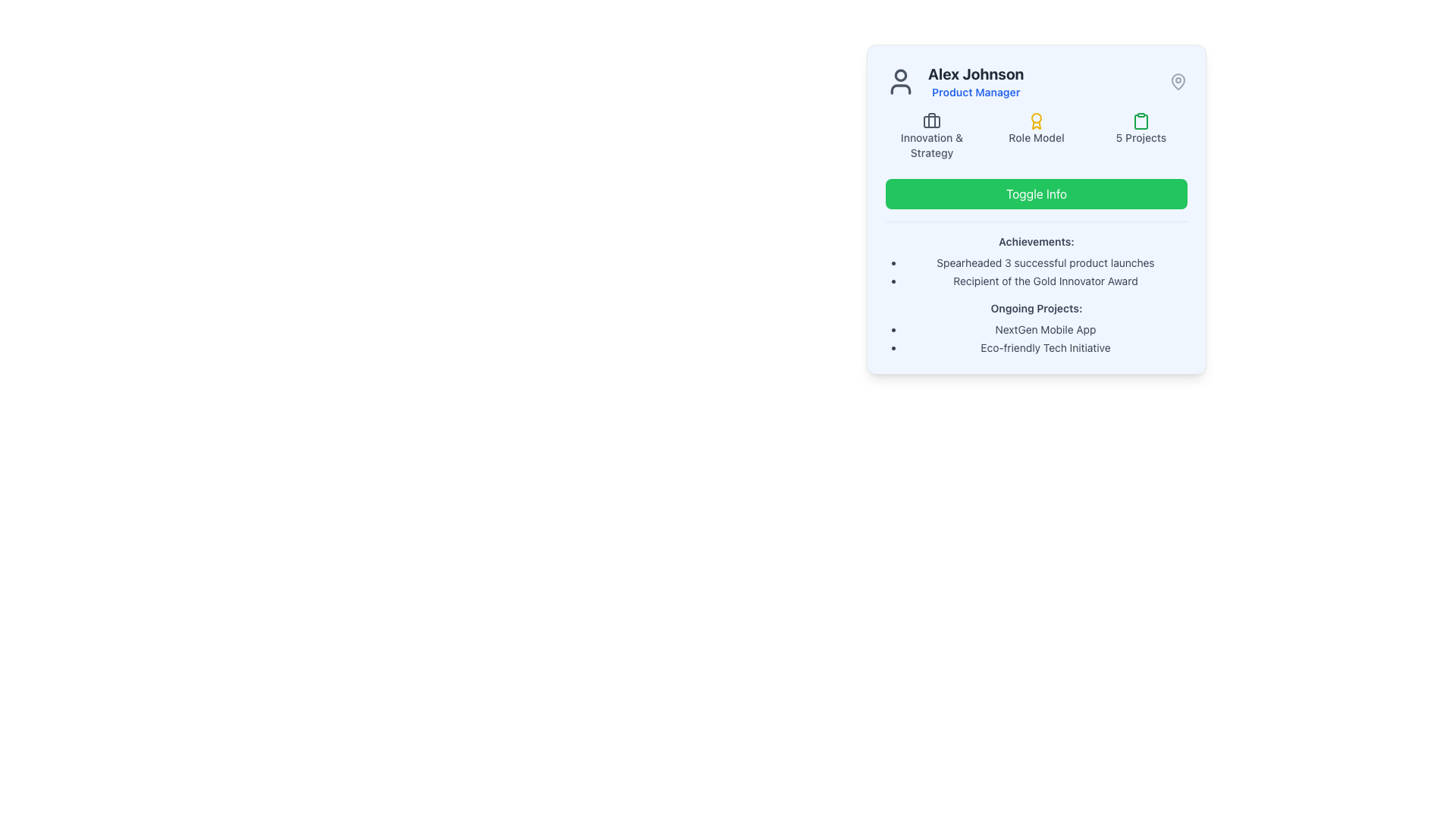 The image size is (1456, 819). Describe the element at coordinates (1178, 82) in the screenshot. I see `the map pin icon located at the top-right corner of the user information card displaying 'Alex Johnson', indicating location-related features` at that location.